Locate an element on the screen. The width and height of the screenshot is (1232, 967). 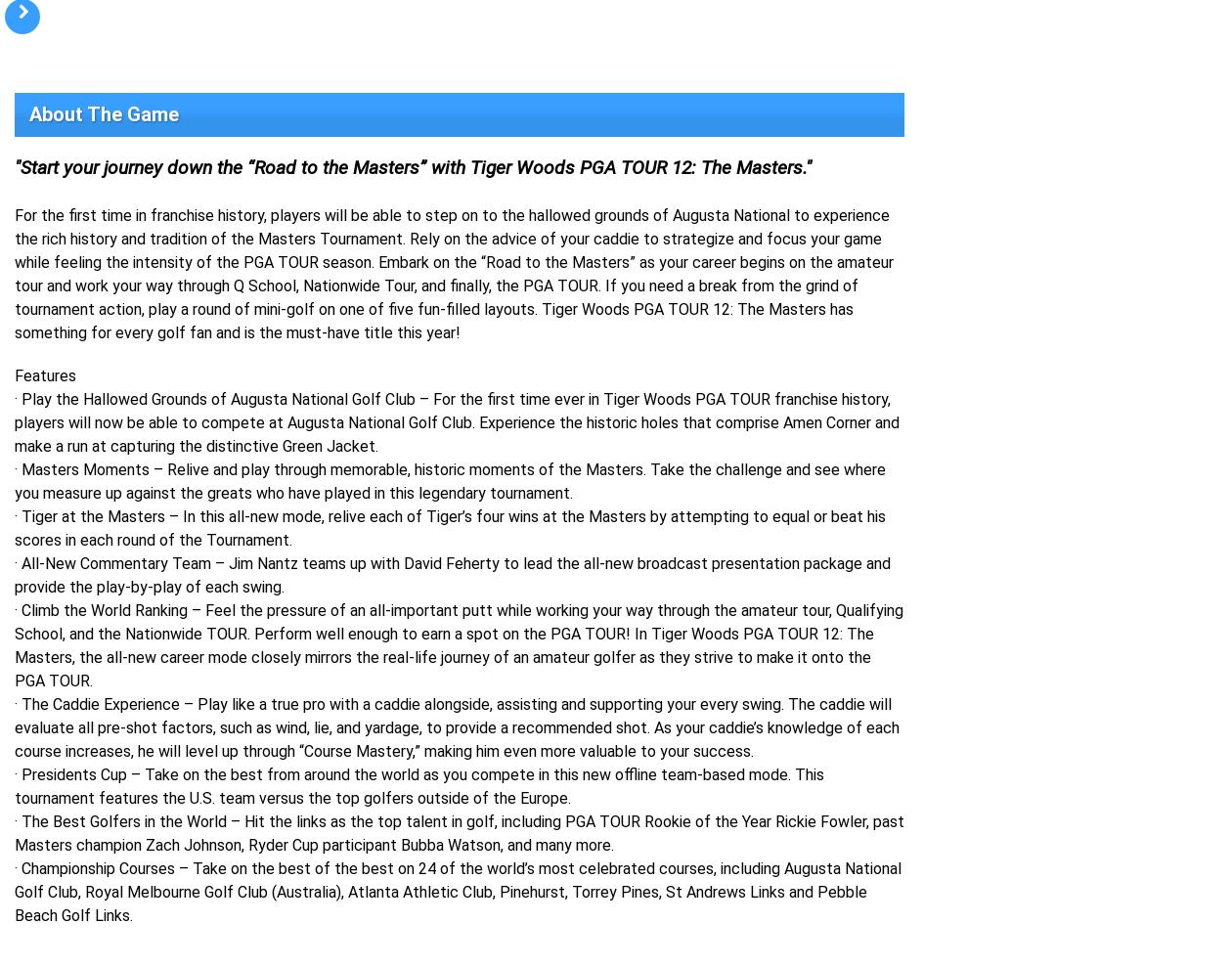
'For the first time in franchise history, players will be able to step on to the hallowed grounds of Augusta National to experience the rich history and tradition of the Masters Tournament. Rely on the advice of your caddie to strategize and focus your game while feeling the intensity of the PGA TOUR season. Embark on the “Road to the Masters” as your career begins on the amateur tour and work your way through Q School, Nationwide Tour, and finally, the PGA TOUR. If you need a break from the grind of tournament action, play a round of mini-golf on one of five fun-filled layouts. Tiger Woods PGA TOUR 12: The Masters has something for every golf fan and is the must-have title this year!' is located at coordinates (454, 274).